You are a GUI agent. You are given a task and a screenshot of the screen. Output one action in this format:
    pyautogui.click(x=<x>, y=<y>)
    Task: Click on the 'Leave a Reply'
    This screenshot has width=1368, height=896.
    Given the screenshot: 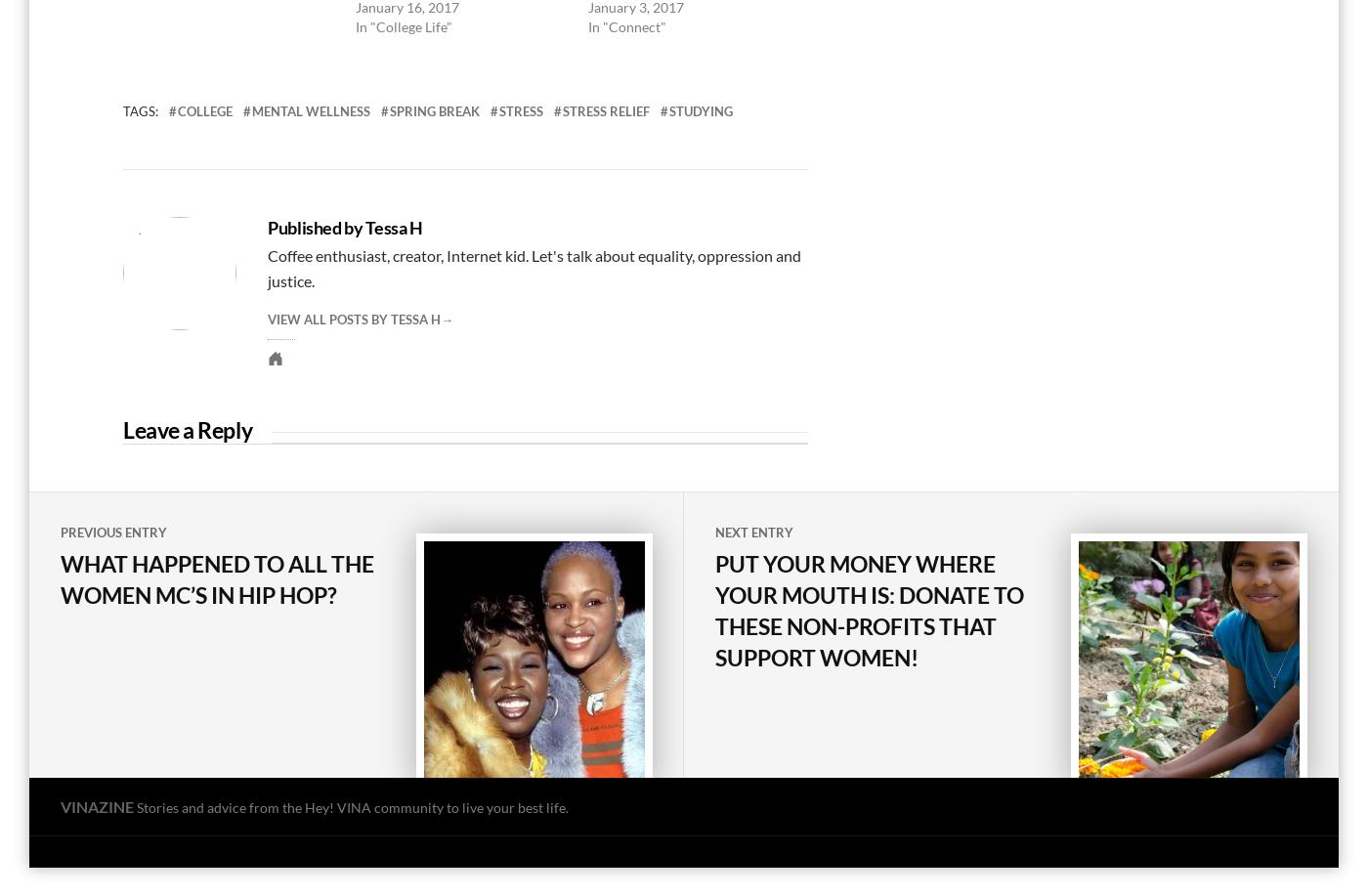 What is the action you would take?
    pyautogui.click(x=187, y=430)
    